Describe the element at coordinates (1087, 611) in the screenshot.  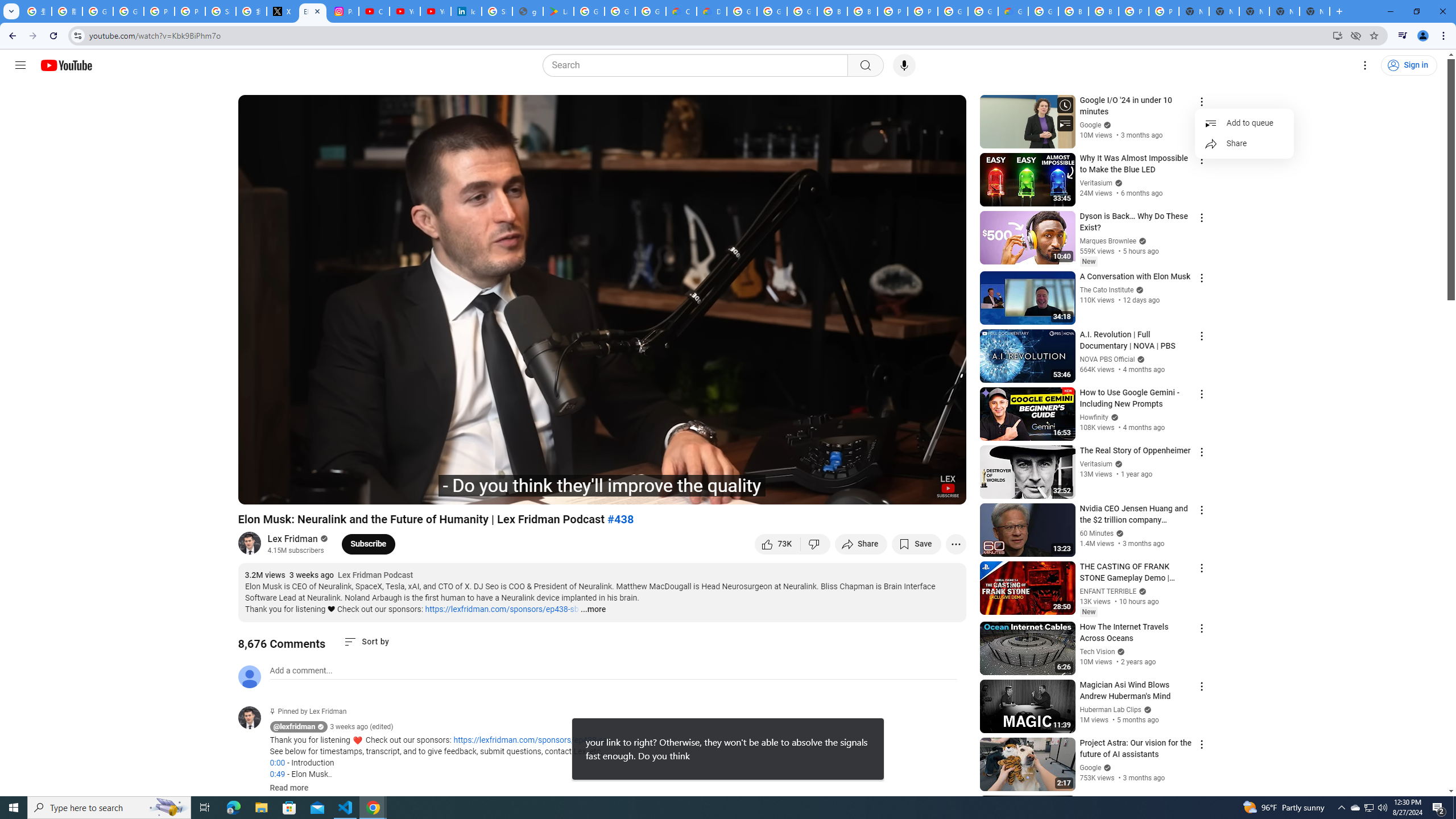
I see `'New'` at that location.